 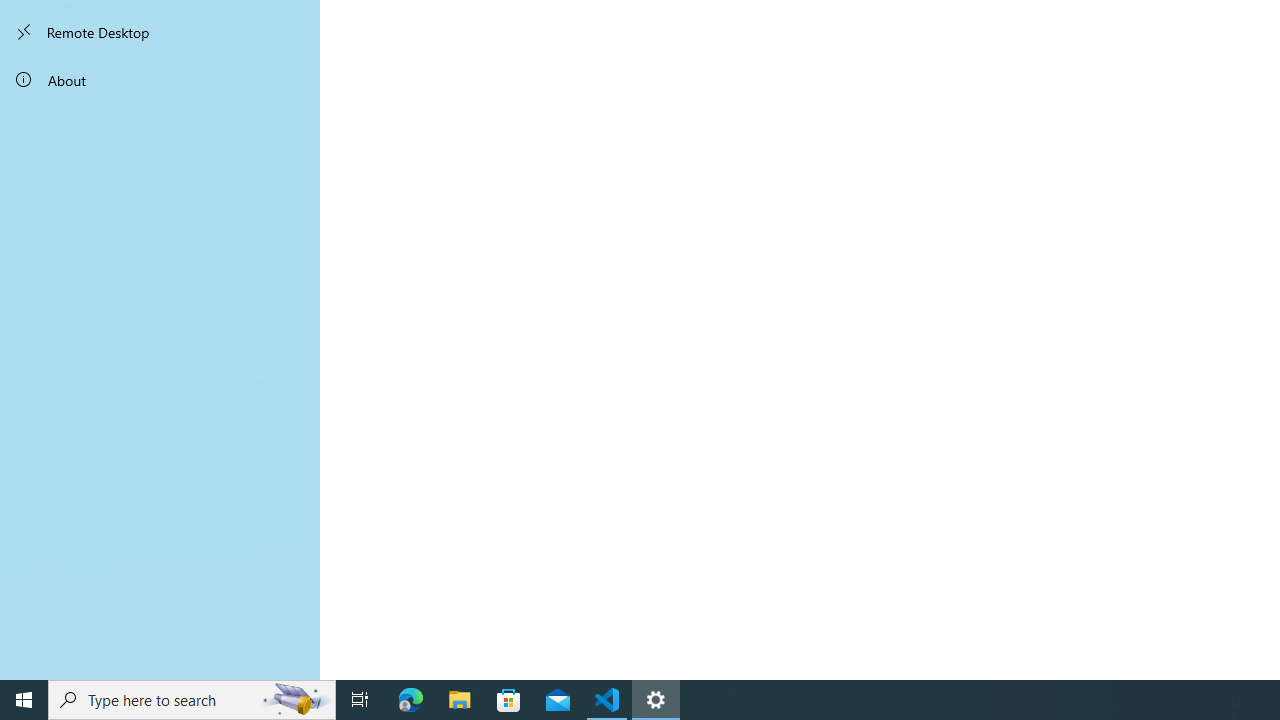 What do you see at coordinates (294, 698) in the screenshot?
I see `'Search highlights icon opens search home window'` at bounding box center [294, 698].